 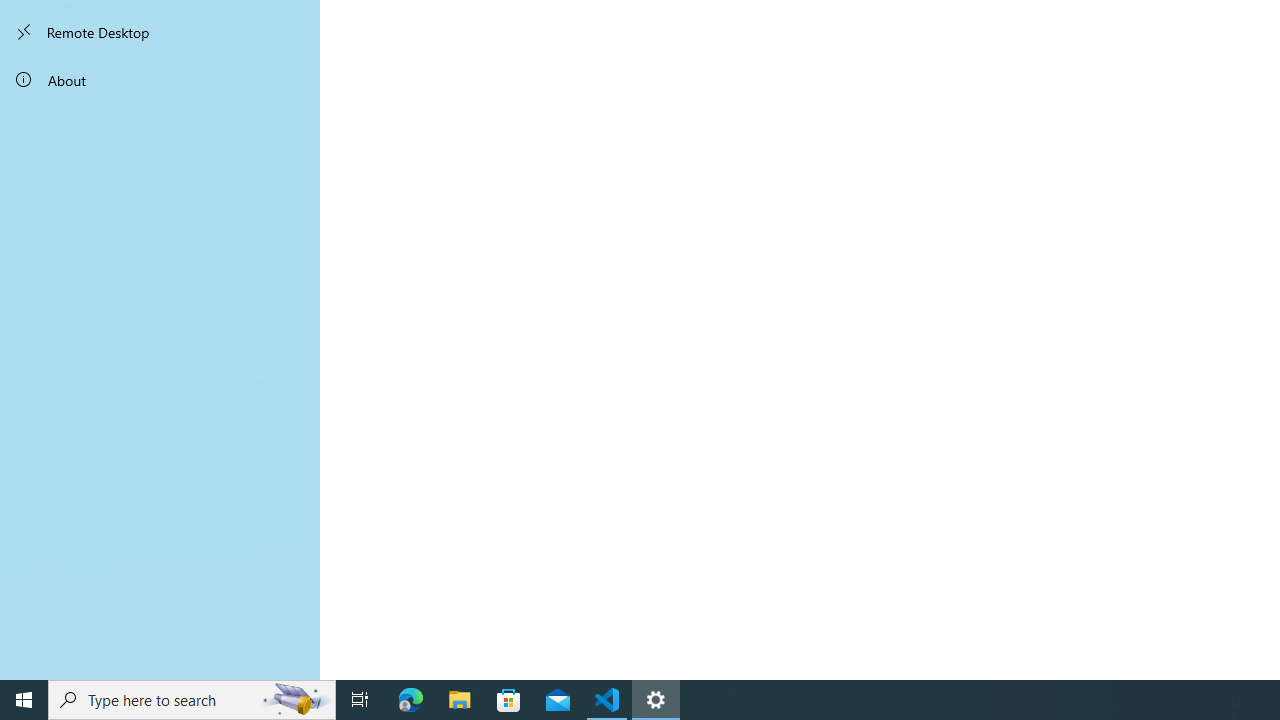 What do you see at coordinates (294, 698) in the screenshot?
I see `'Search highlights icon opens search home window'` at bounding box center [294, 698].